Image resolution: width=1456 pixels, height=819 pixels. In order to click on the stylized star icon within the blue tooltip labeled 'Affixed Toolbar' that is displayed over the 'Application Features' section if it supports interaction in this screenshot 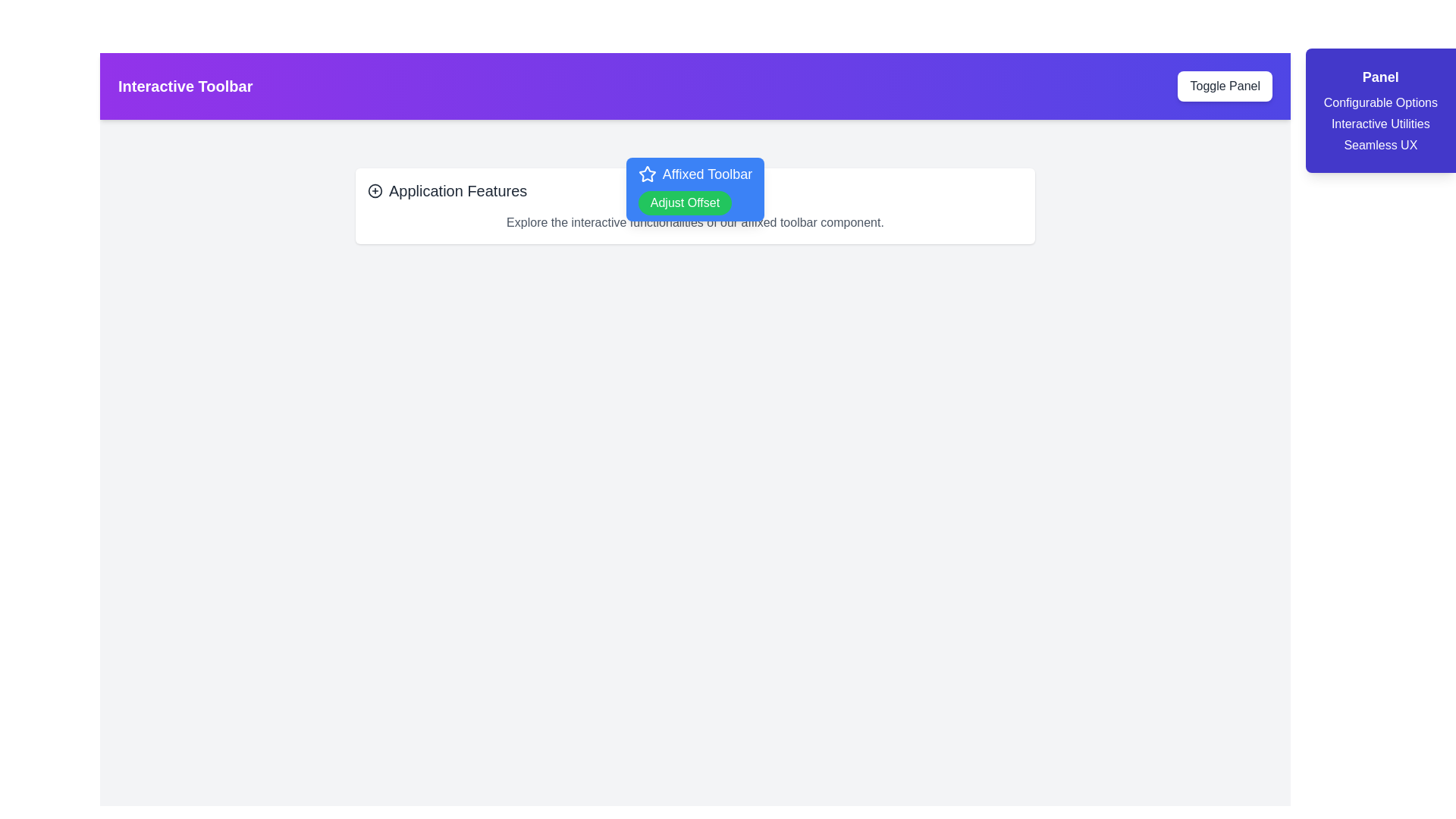, I will do `click(647, 173)`.